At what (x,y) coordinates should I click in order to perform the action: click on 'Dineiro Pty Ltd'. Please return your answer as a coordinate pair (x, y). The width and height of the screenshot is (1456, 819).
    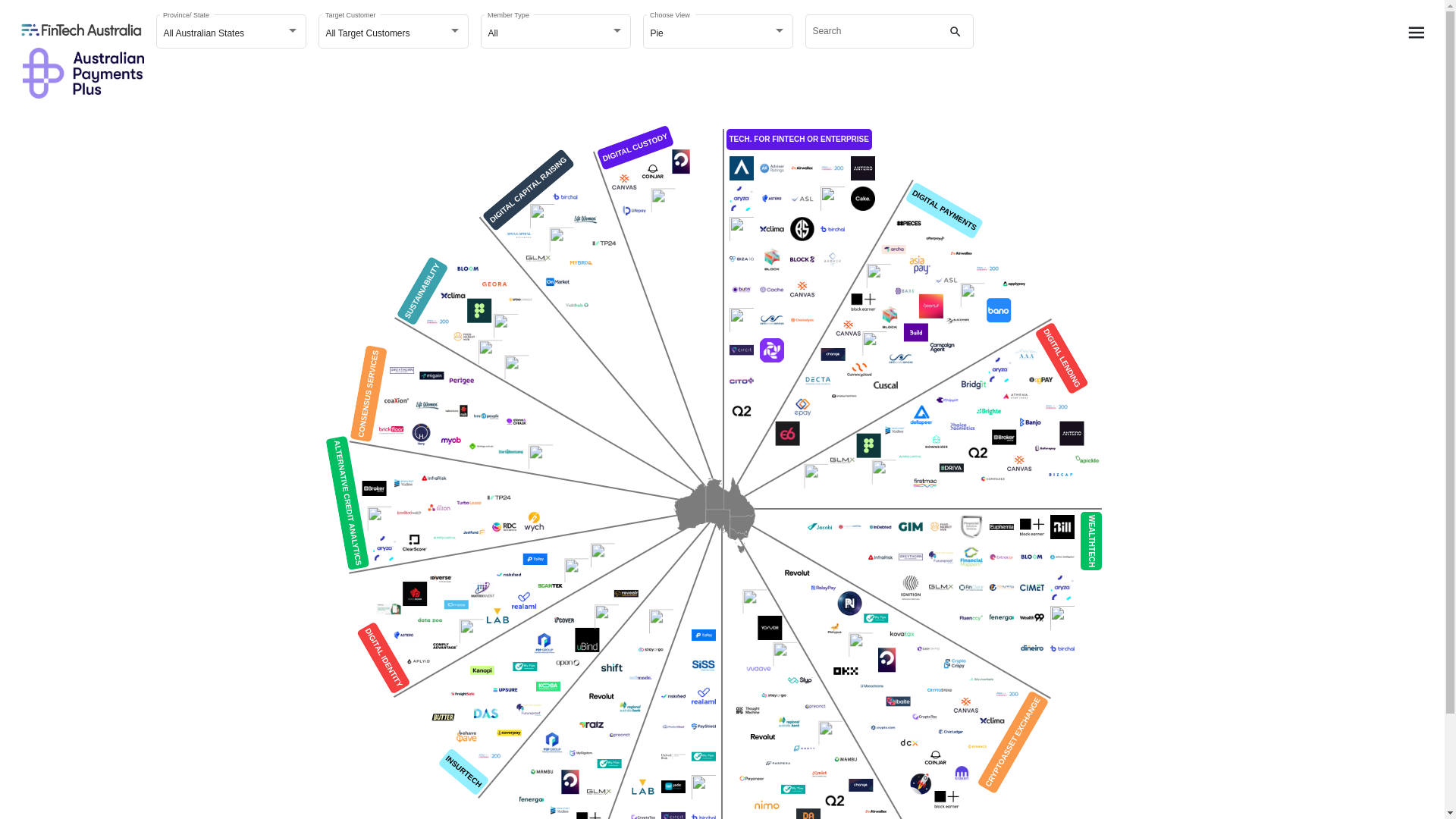
    Looking at the image, I should click on (1031, 648).